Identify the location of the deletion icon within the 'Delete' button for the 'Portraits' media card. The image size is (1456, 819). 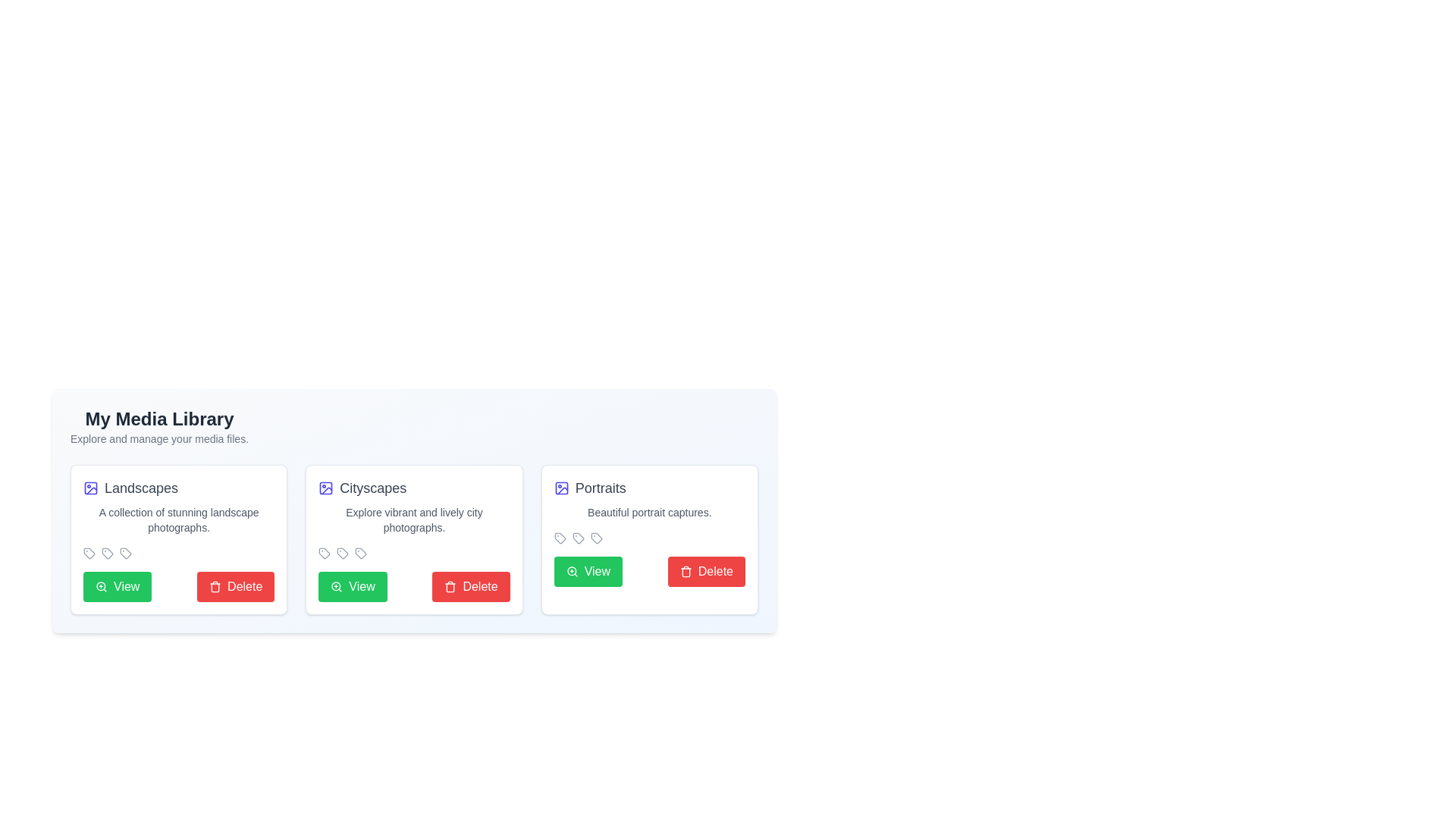
(685, 571).